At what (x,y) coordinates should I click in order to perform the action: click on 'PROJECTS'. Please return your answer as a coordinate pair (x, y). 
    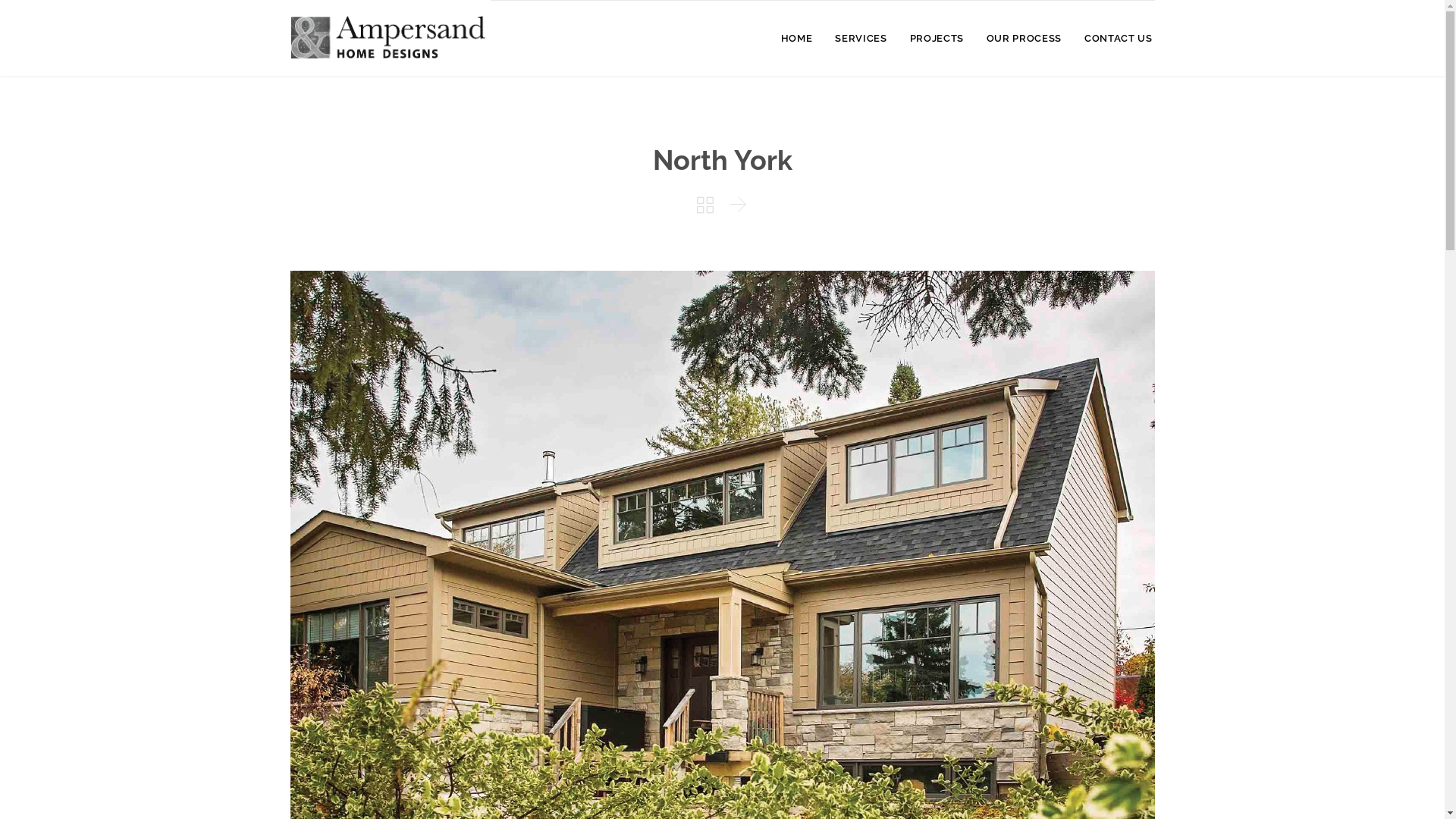
    Looking at the image, I should click on (910, 39).